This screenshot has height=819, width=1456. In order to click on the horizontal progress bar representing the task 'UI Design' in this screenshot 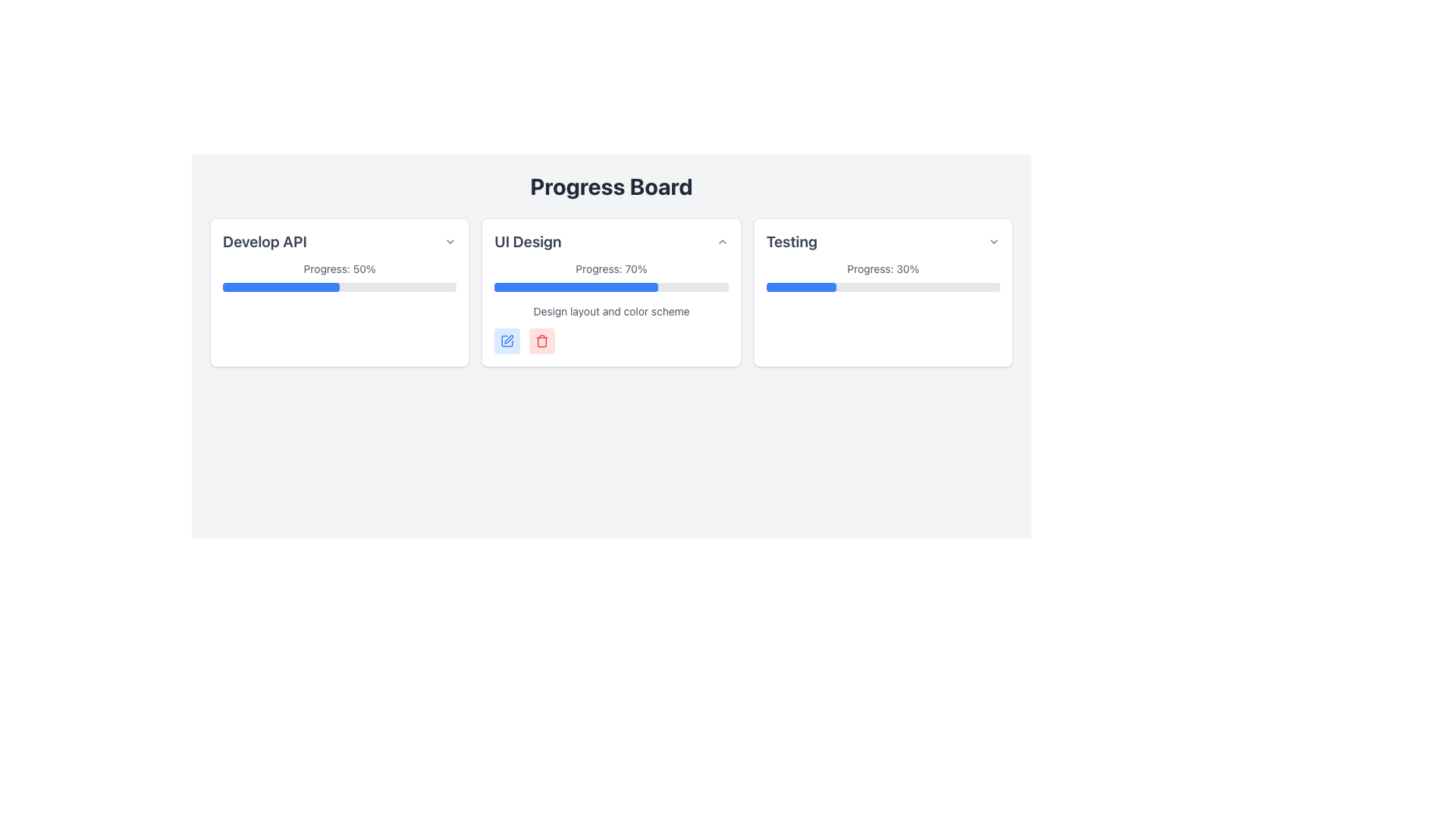, I will do `click(611, 287)`.